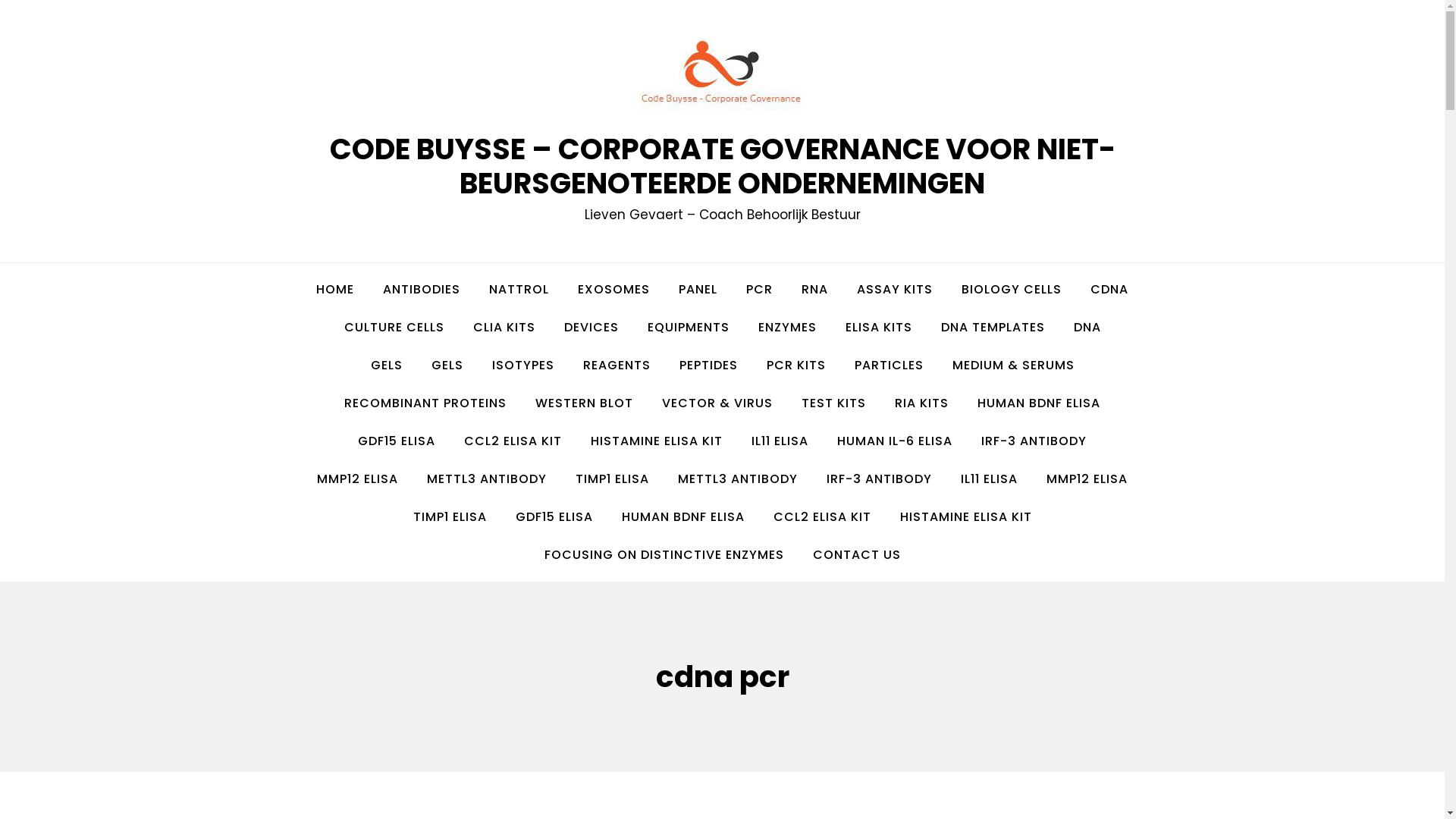 Image resolution: width=1456 pixels, height=819 pixels. What do you see at coordinates (716, 403) in the screenshot?
I see `'VECTOR & VIRUS'` at bounding box center [716, 403].